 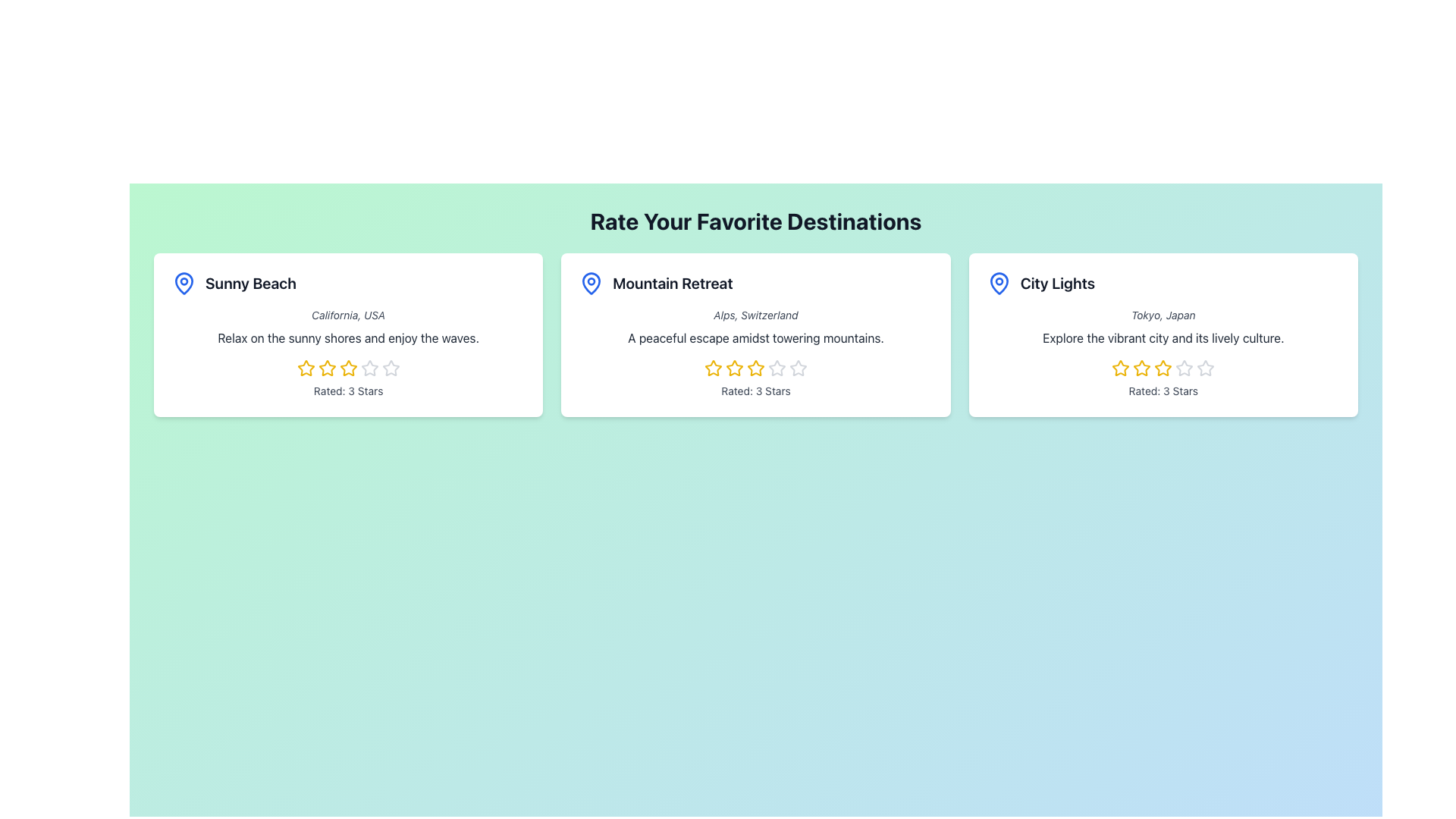 What do you see at coordinates (1121, 368) in the screenshot?
I see `the first yellow star icon in the 5-star rating system under the 'City Lights' card to rate it` at bounding box center [1121, 368].